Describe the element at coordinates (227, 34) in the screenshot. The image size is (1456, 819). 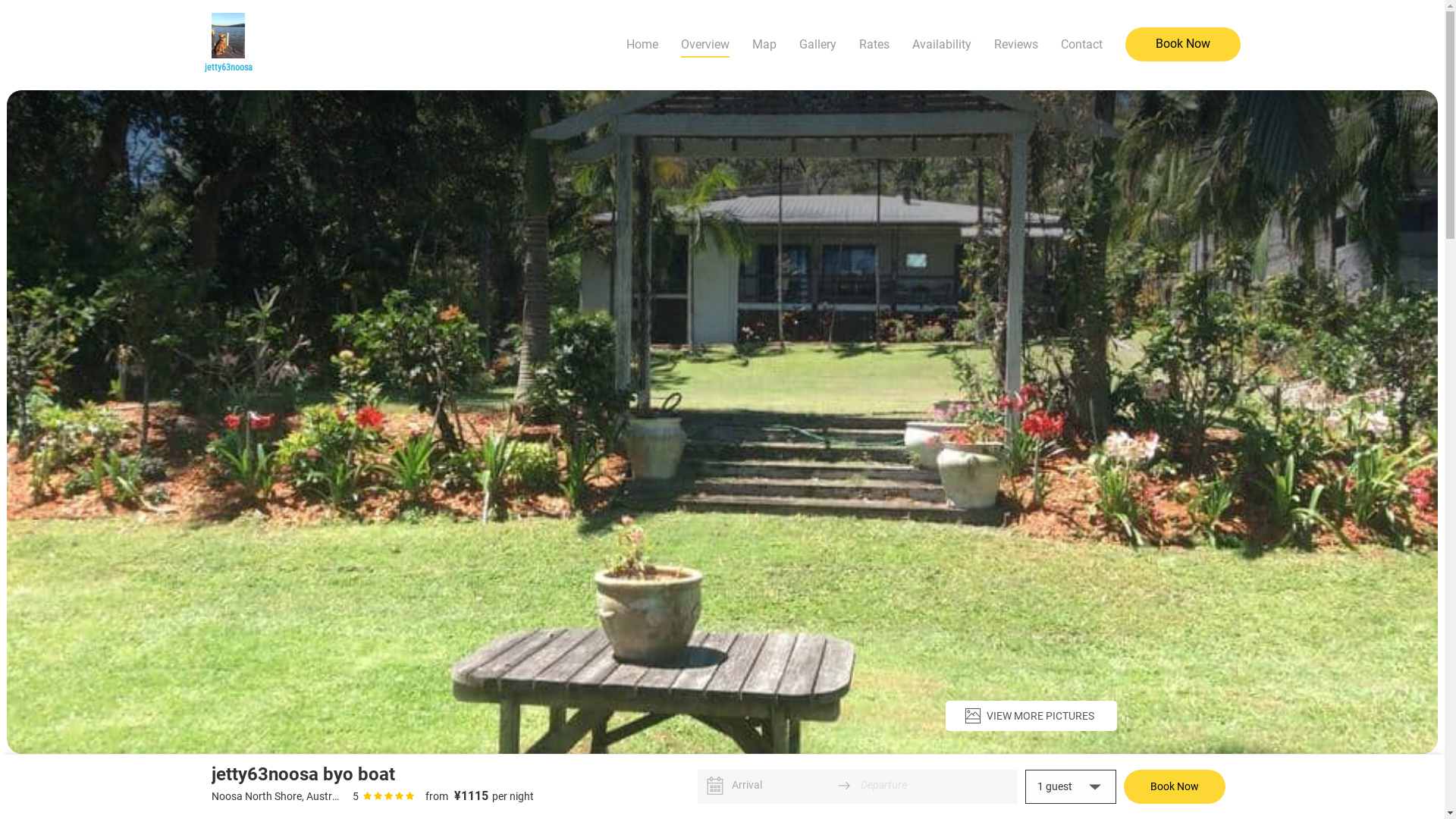
I see `'Image Title'` at that location.